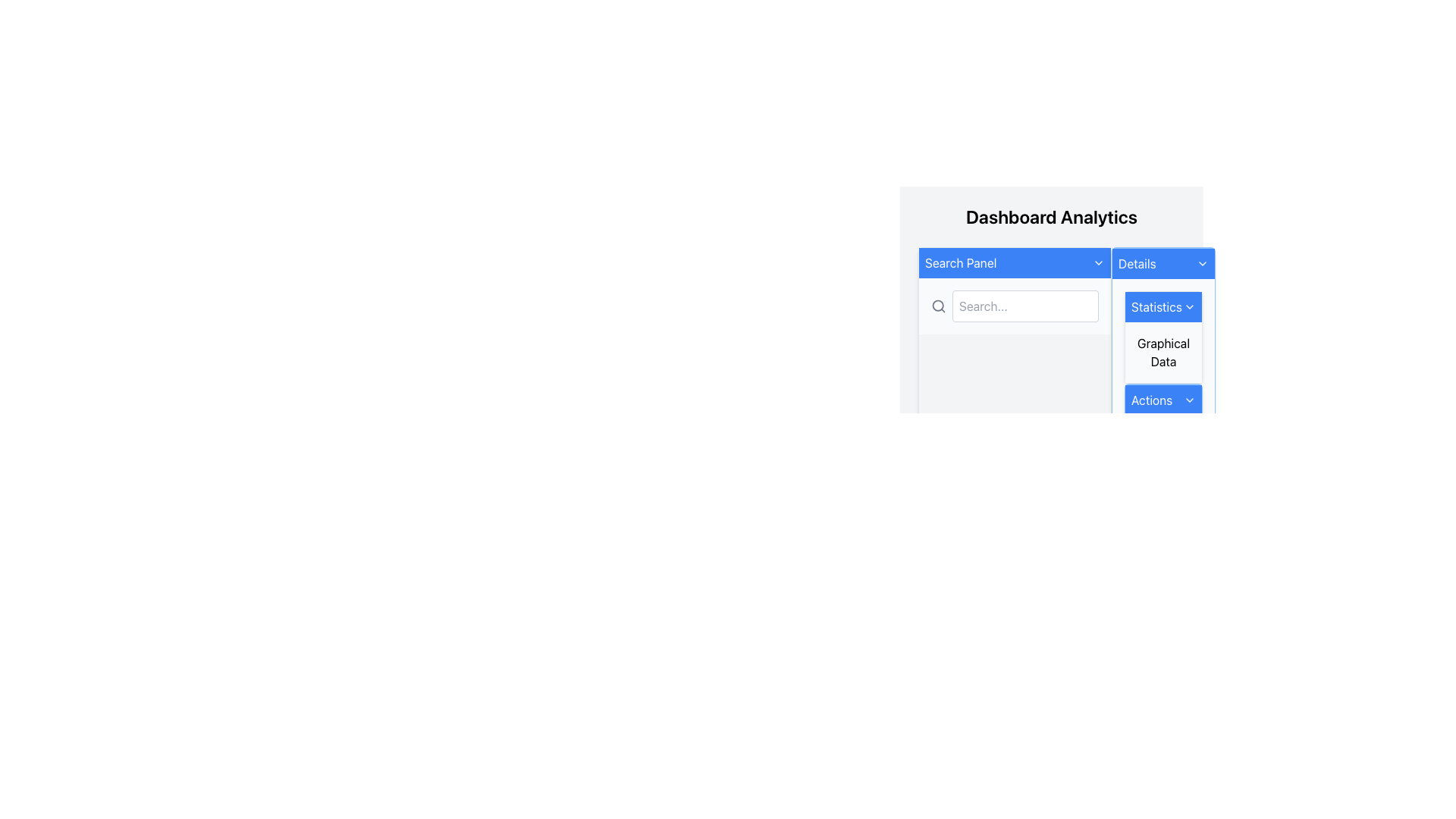 This screenshot has height=819, width=1456. Describe the element at coordinates (1163, 400) in the screenshot. I see `the rectangular button with a blue background and white text labeled 'Actions' located` at that location.